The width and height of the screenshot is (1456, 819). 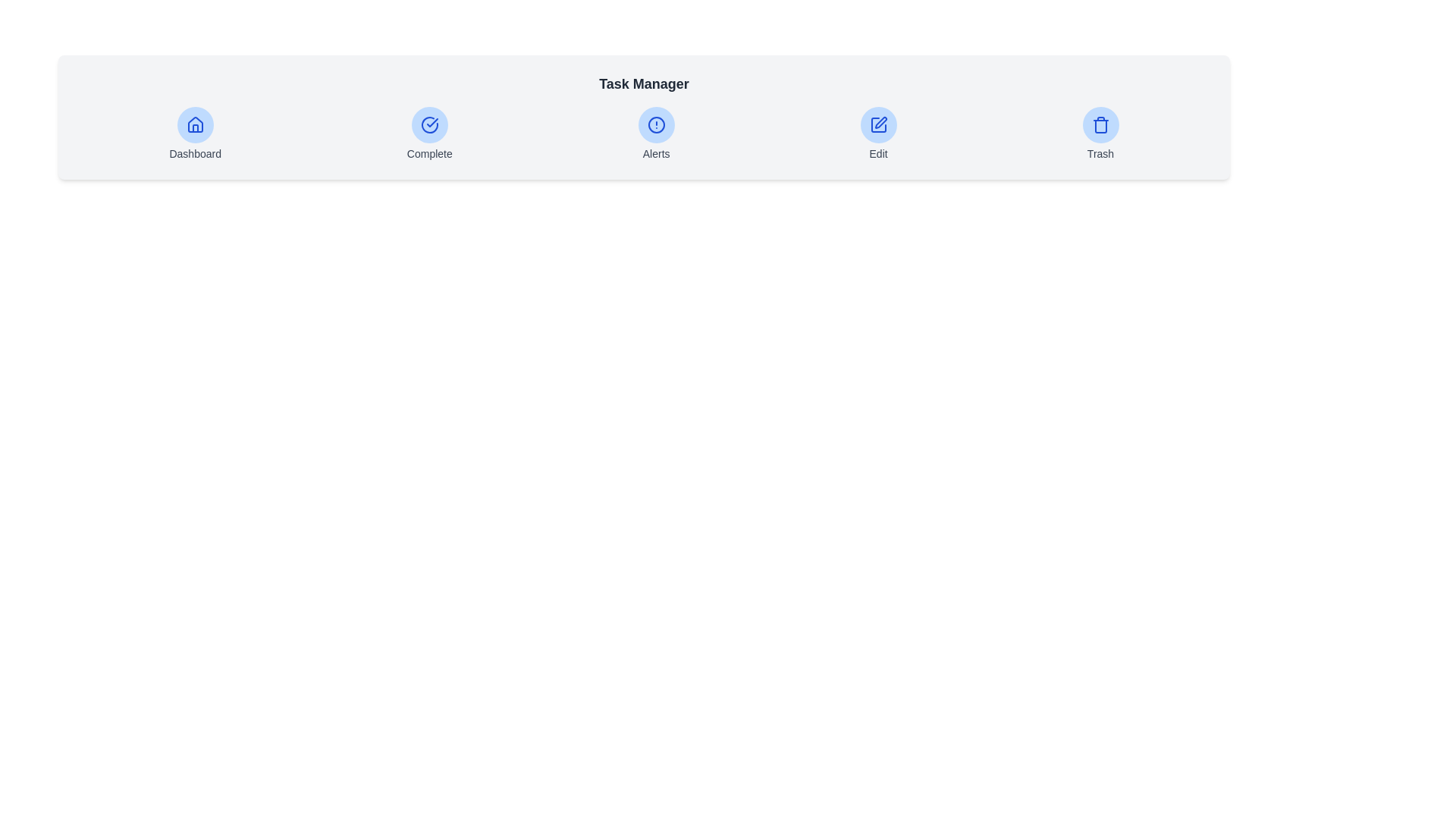 I want to click on the rounded light blue button with a trash bin icon located in the top-right section of the 'Task Manager' toolbar, so click(x=1100, y=124).